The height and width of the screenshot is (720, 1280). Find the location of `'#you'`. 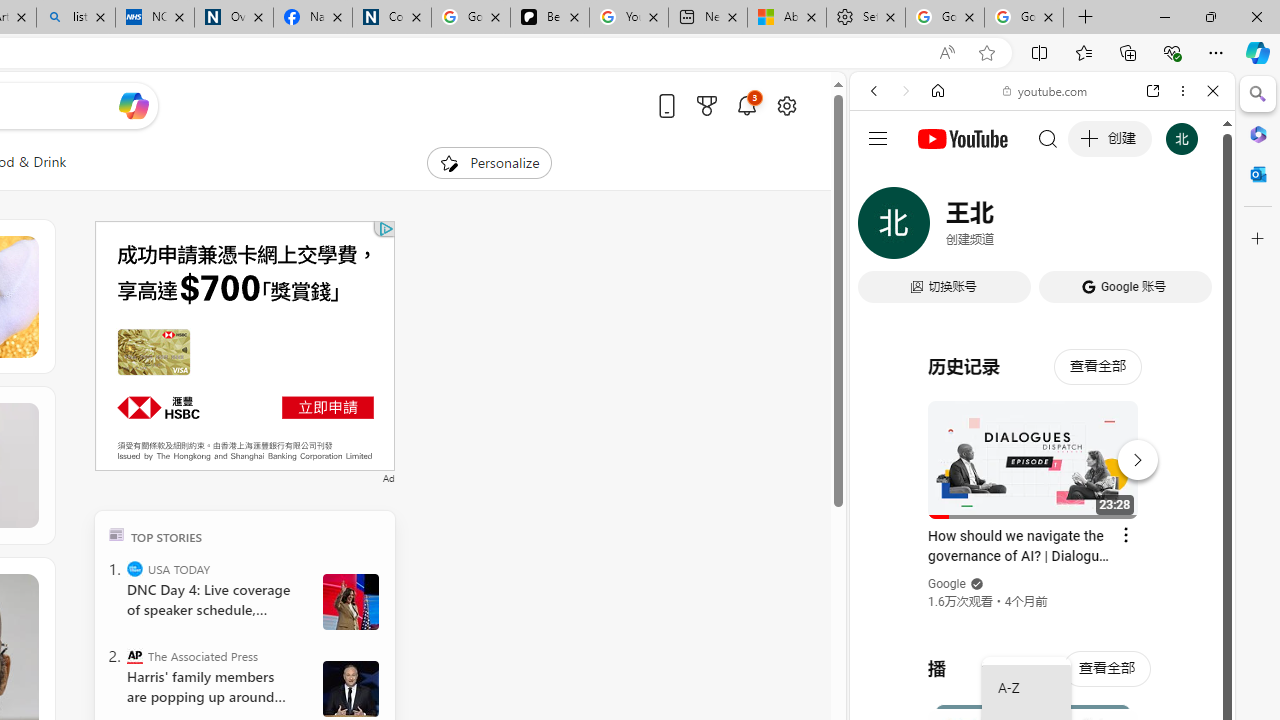

'#you' is located at coordinates (1041, 445).